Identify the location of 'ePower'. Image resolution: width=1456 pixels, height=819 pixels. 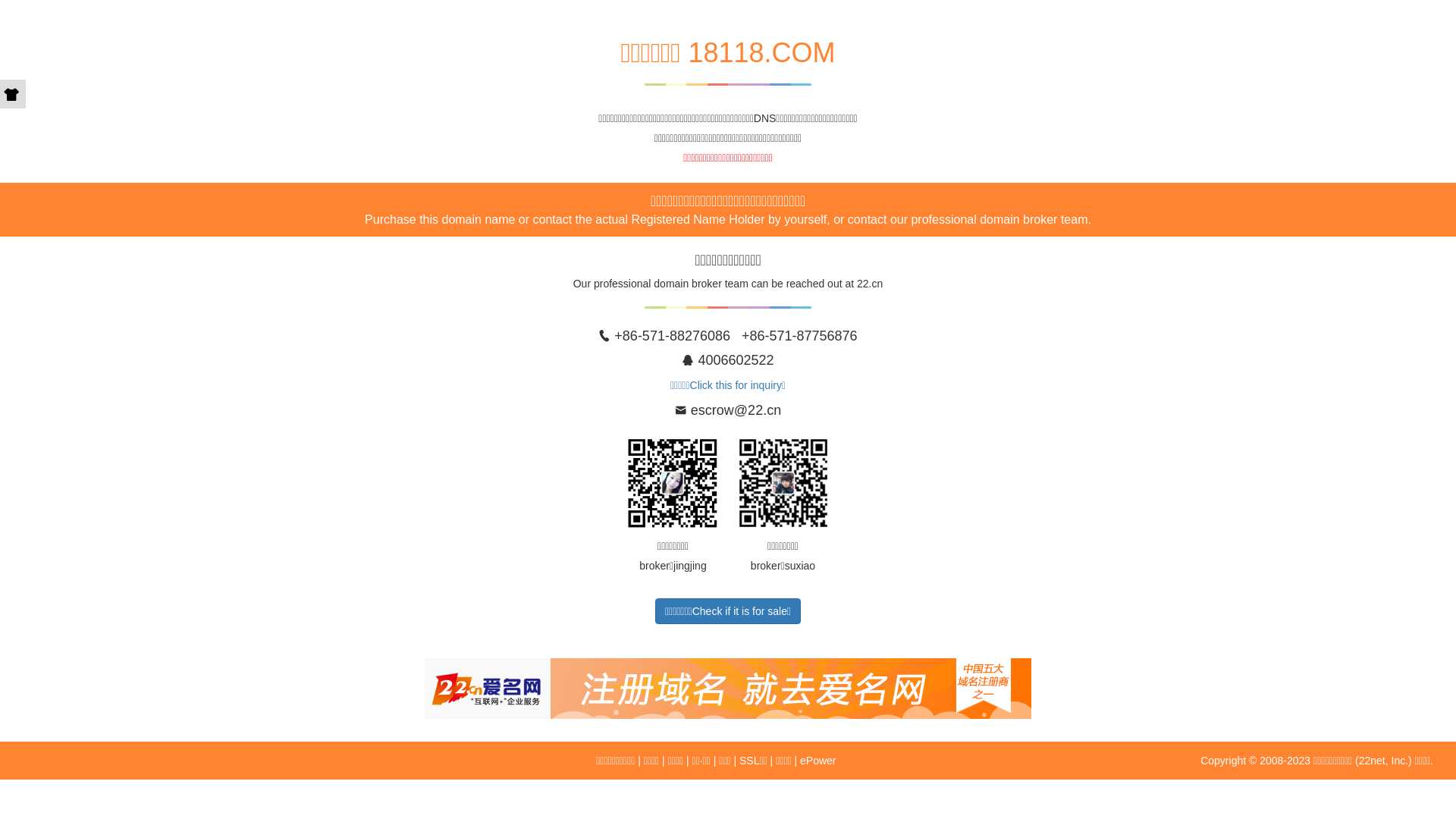
(817, 760).